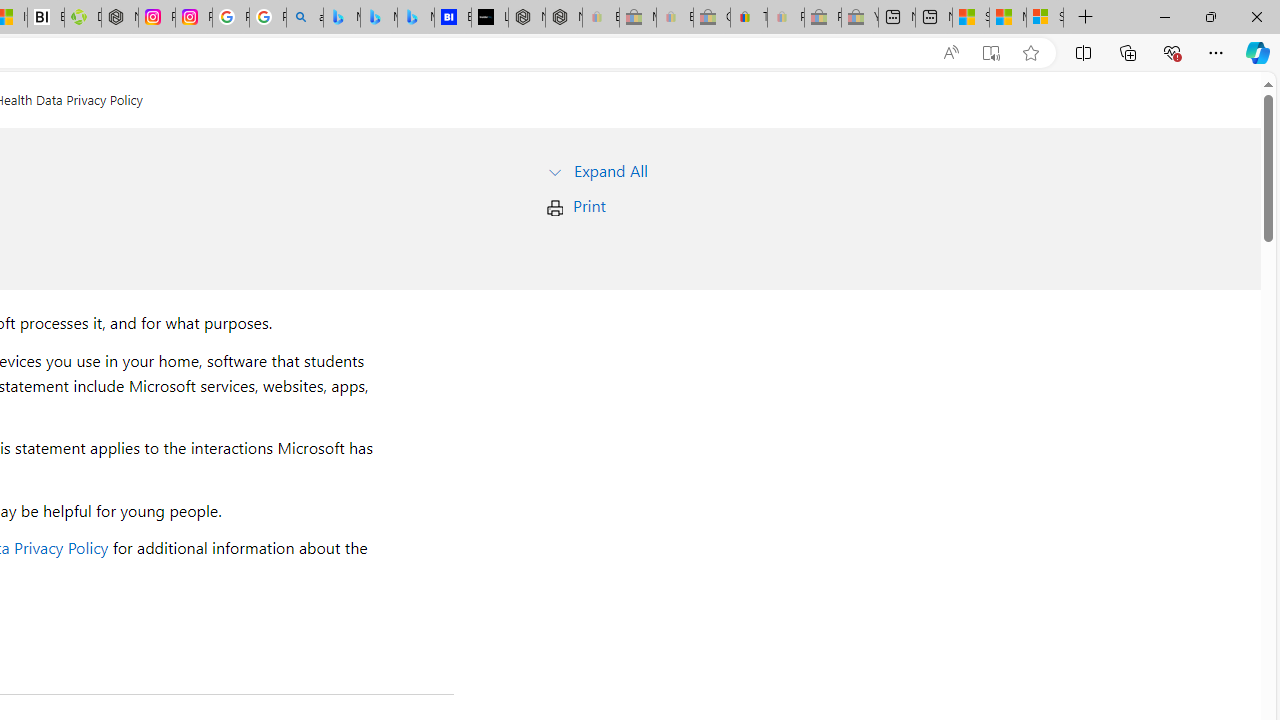  Describe the element at coordinates (610, 169) in the screenshot. I see `'Expand All'` at that location.